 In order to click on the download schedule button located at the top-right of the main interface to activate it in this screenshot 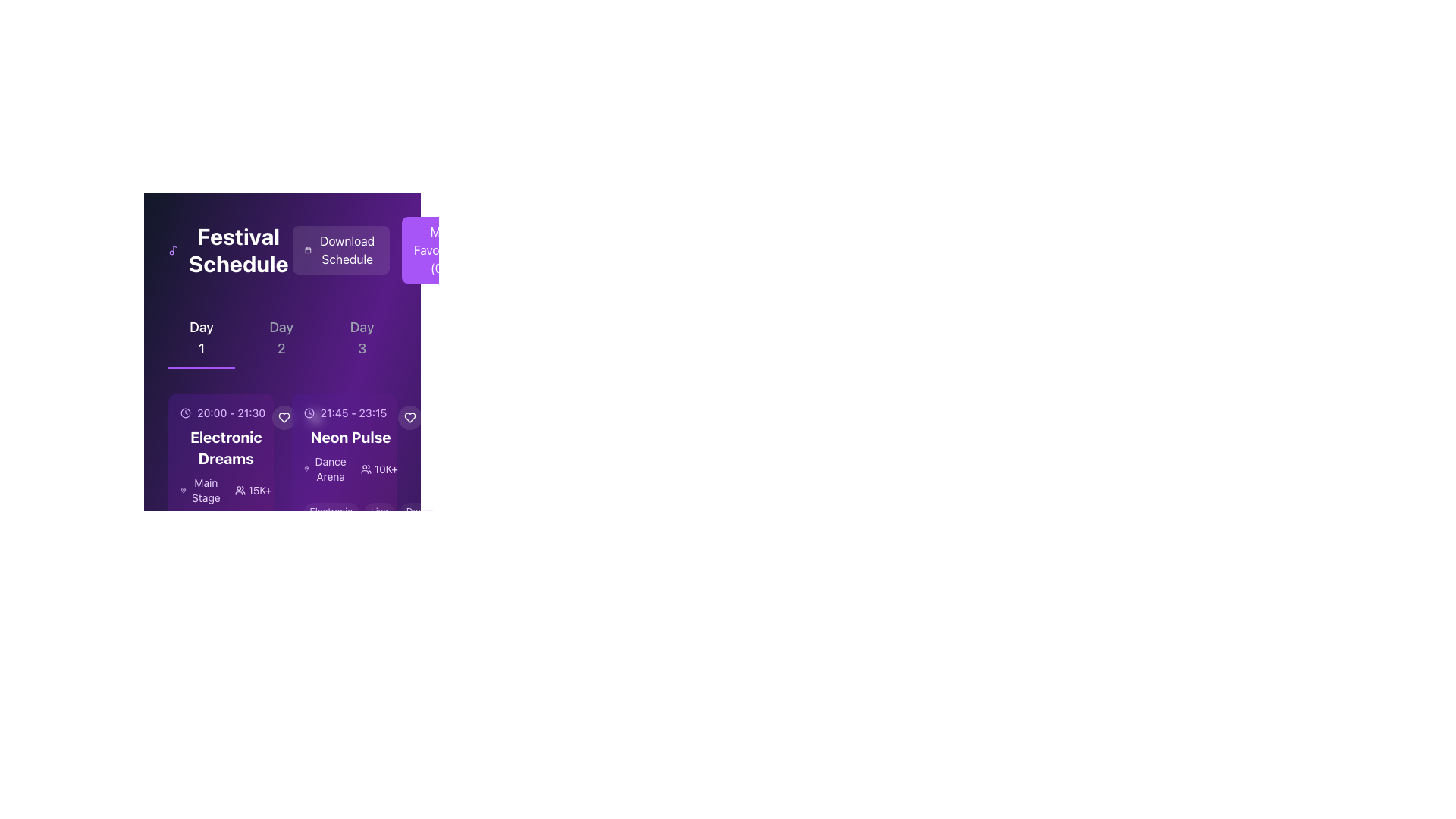, I will do `click(340, 249)`.